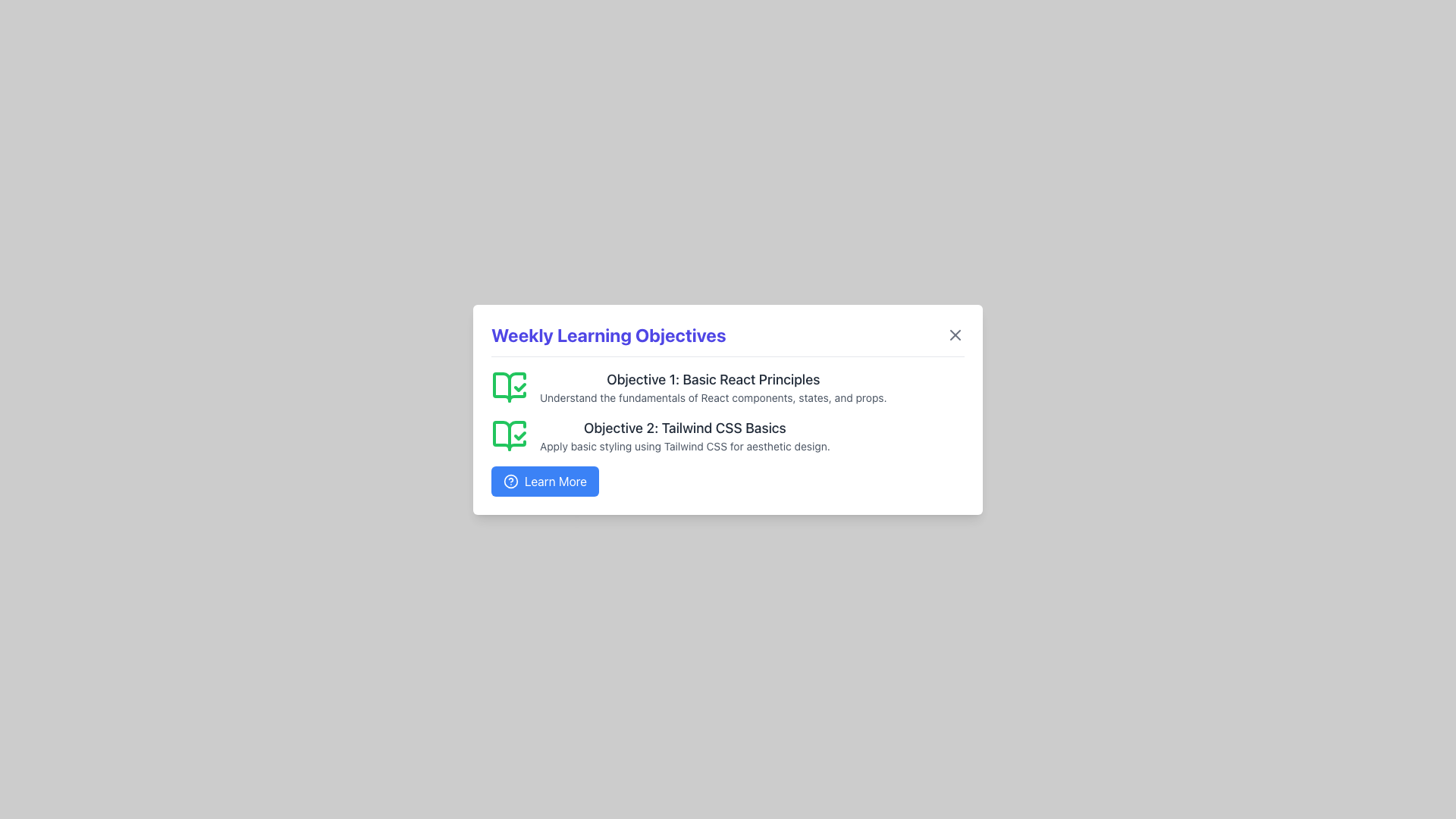 Image resolution: width=1456 pixels, height=819 pixels. I want to click on the text label that serves as the title for the learning objective 'Basic React Principles', which is positioned near the top of a modal dialog, to the right of a book icon, so click(712, 378).